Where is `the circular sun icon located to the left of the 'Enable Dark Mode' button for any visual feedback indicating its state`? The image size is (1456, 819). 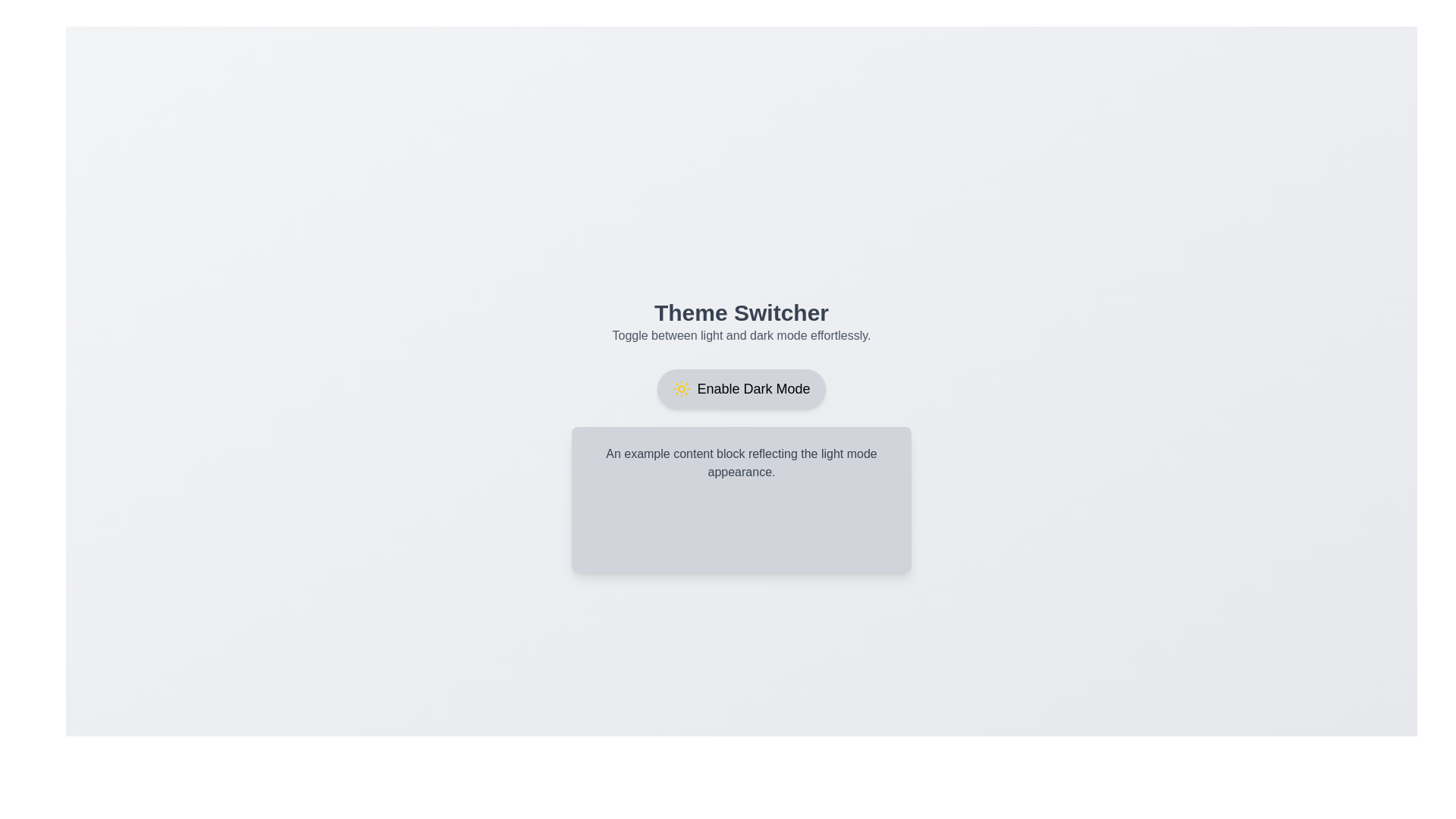
the circular sun icon located to the left of the 'Enable Dark Mode' button for any visual feedback indicating its state is located at coordinates (681, 388).